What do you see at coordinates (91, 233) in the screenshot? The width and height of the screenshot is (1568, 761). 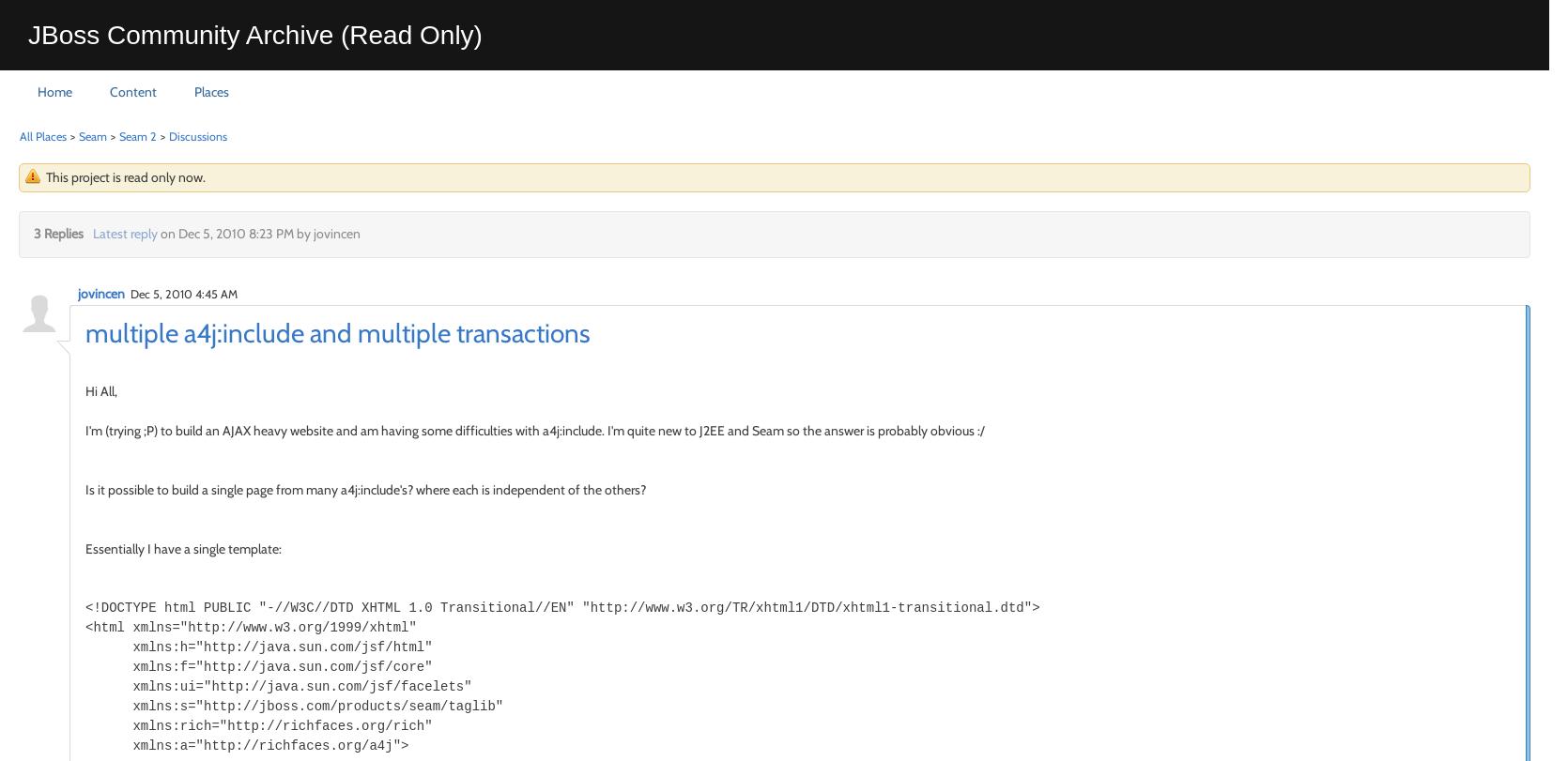 I see `'Latest reply'` at bounding box center [91, 233].